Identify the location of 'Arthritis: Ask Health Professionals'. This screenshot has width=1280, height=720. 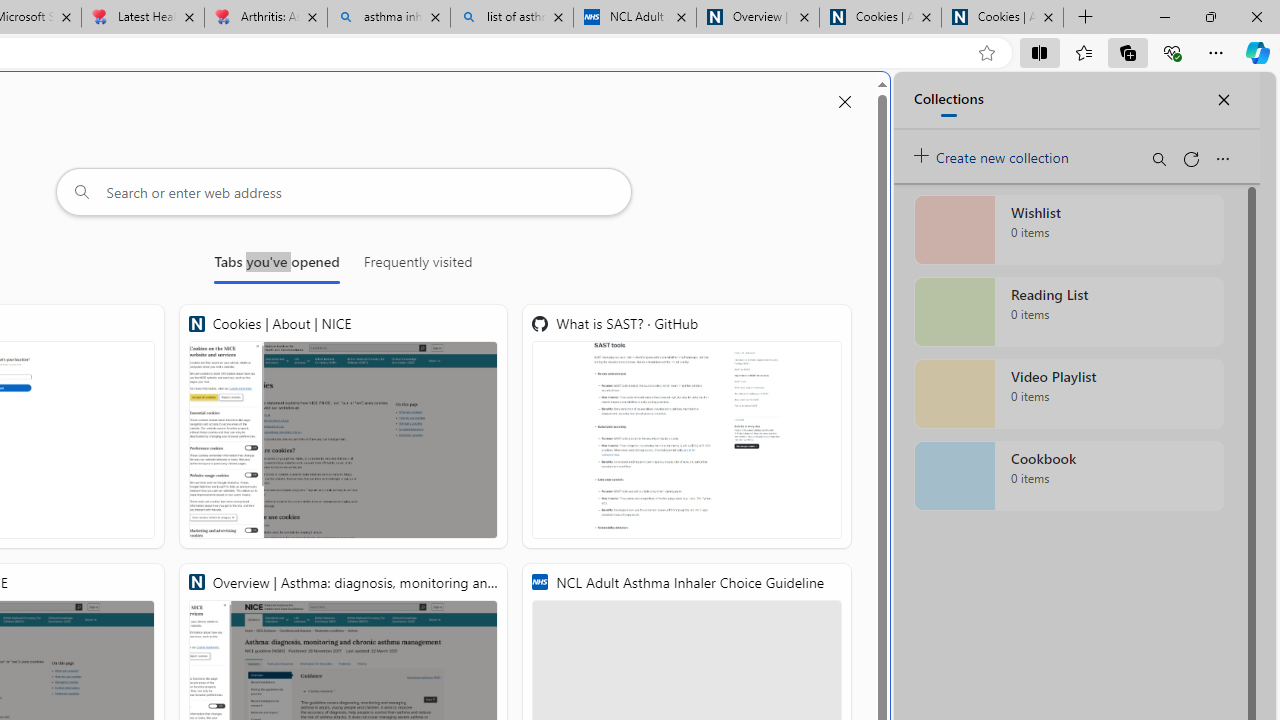
(264, 17).